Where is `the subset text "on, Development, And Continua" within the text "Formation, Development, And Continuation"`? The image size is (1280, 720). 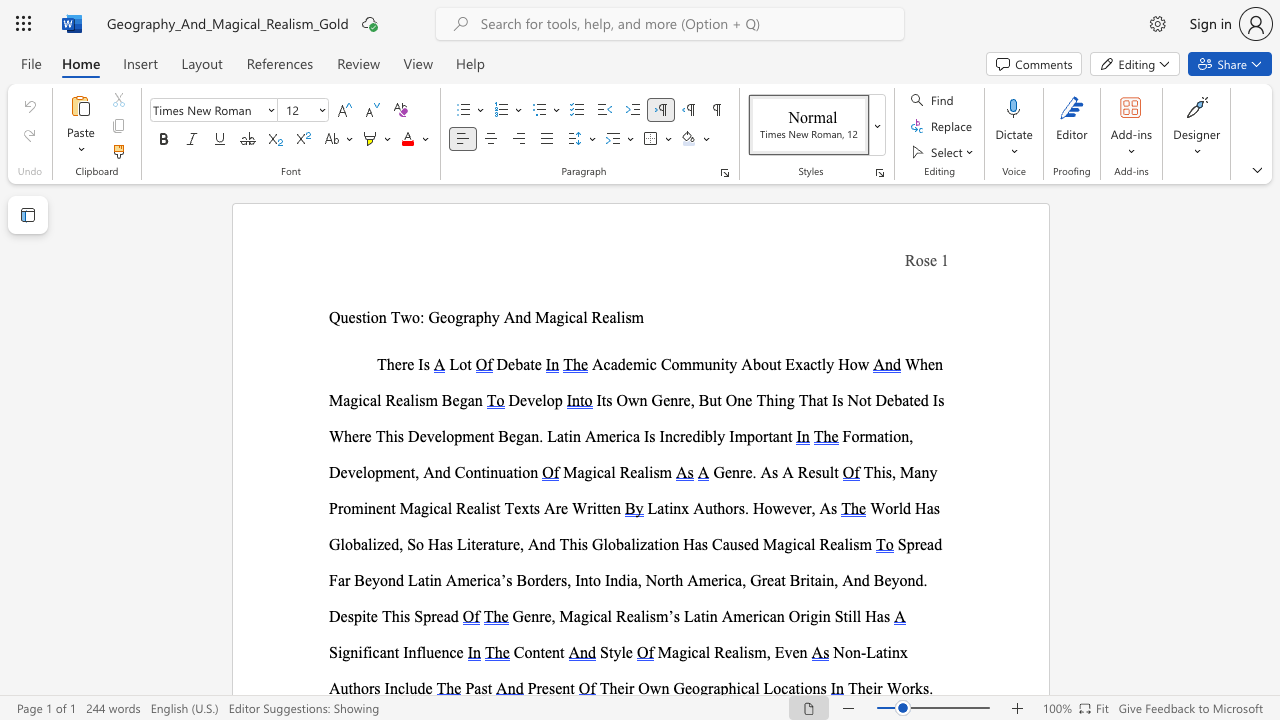
the subset text "on, Development, And Continua" within the text "Formation, Development, And Continuation" is located at coordinates (892, 435).